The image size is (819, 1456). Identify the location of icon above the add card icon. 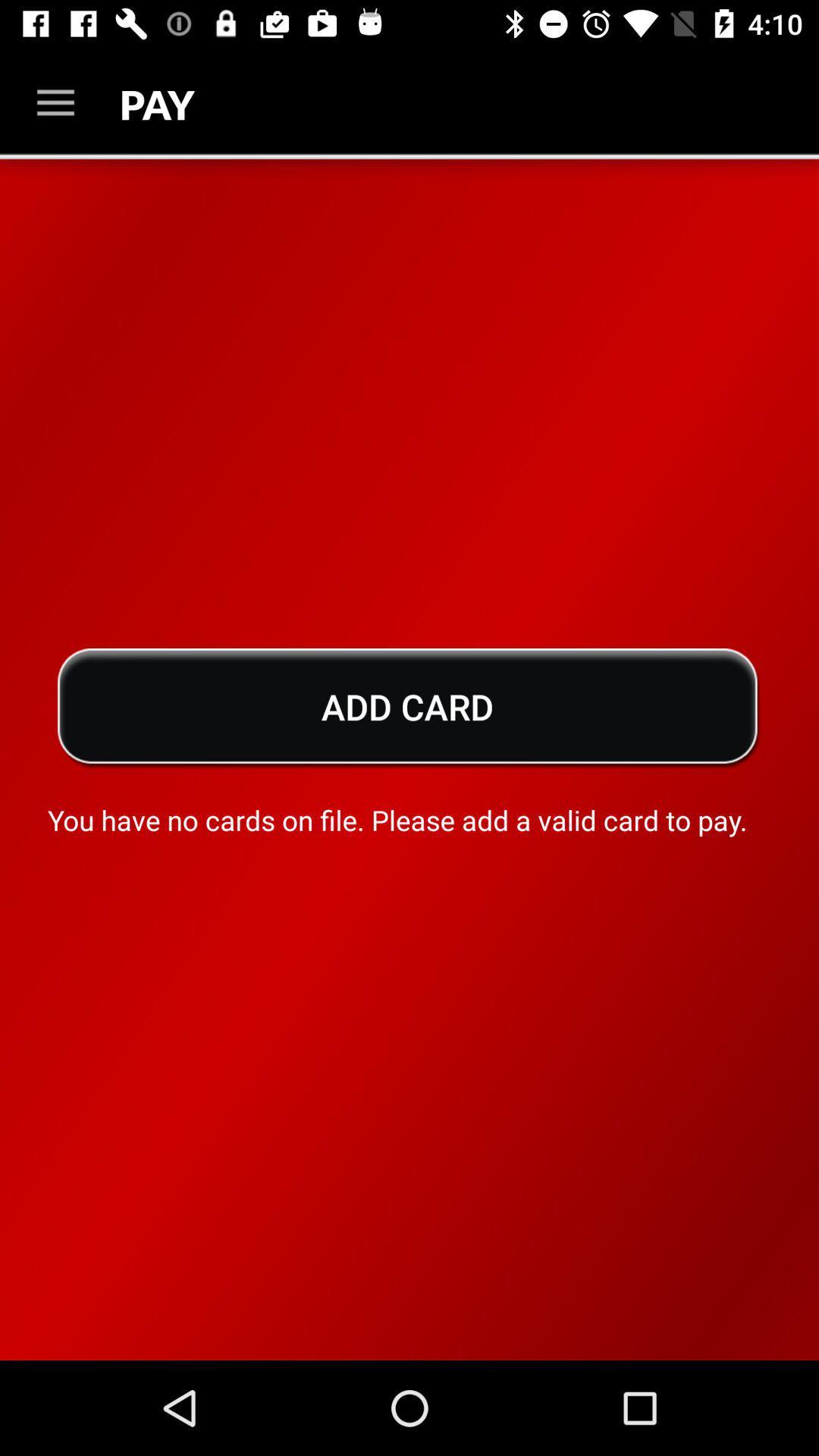
(55, 102).